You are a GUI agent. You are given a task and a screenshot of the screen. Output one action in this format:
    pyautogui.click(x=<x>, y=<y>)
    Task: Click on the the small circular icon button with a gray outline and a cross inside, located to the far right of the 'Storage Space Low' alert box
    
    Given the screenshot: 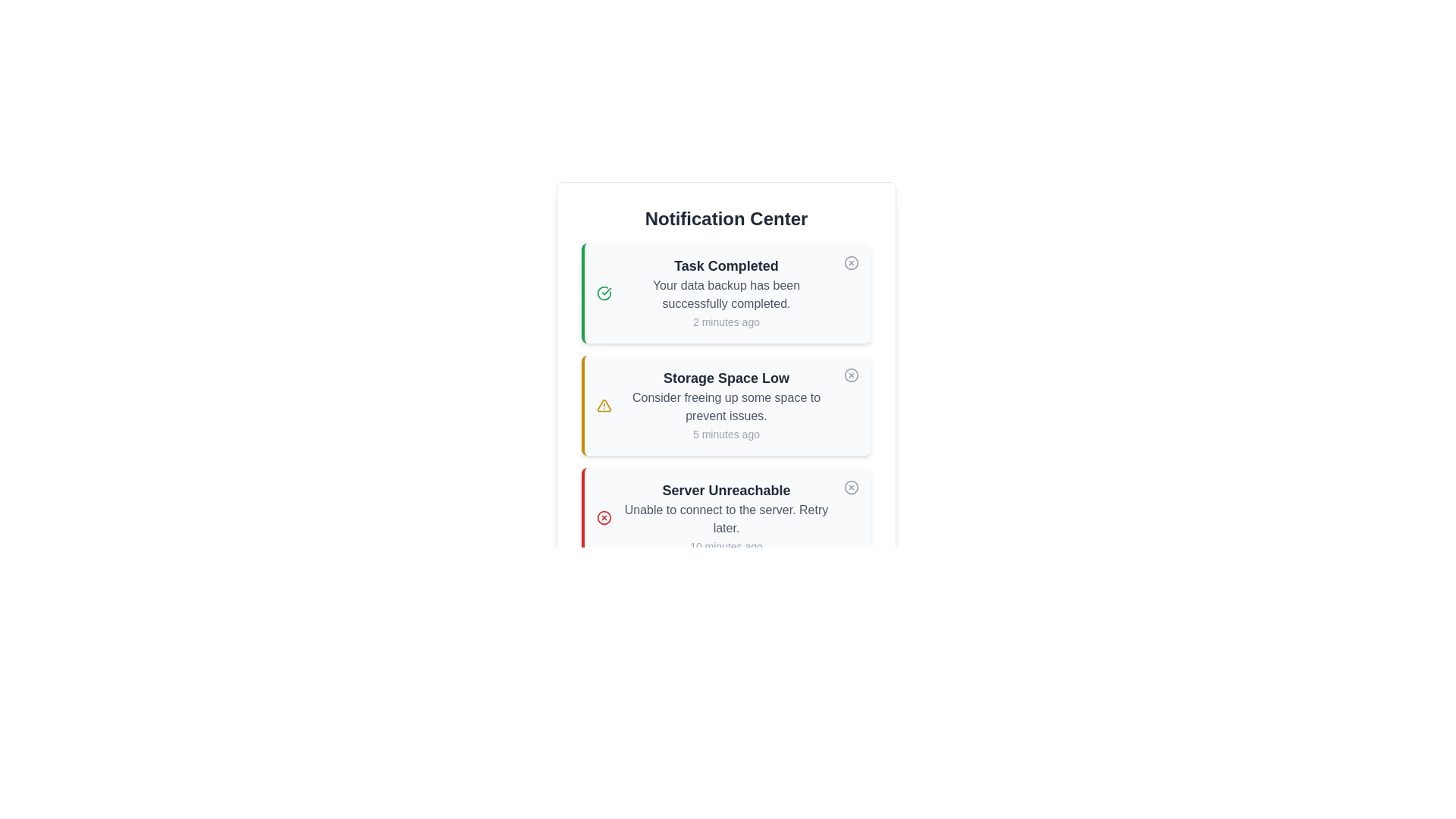 What is the action you would take?
    pyautogui.click(x=852, y=375)
    